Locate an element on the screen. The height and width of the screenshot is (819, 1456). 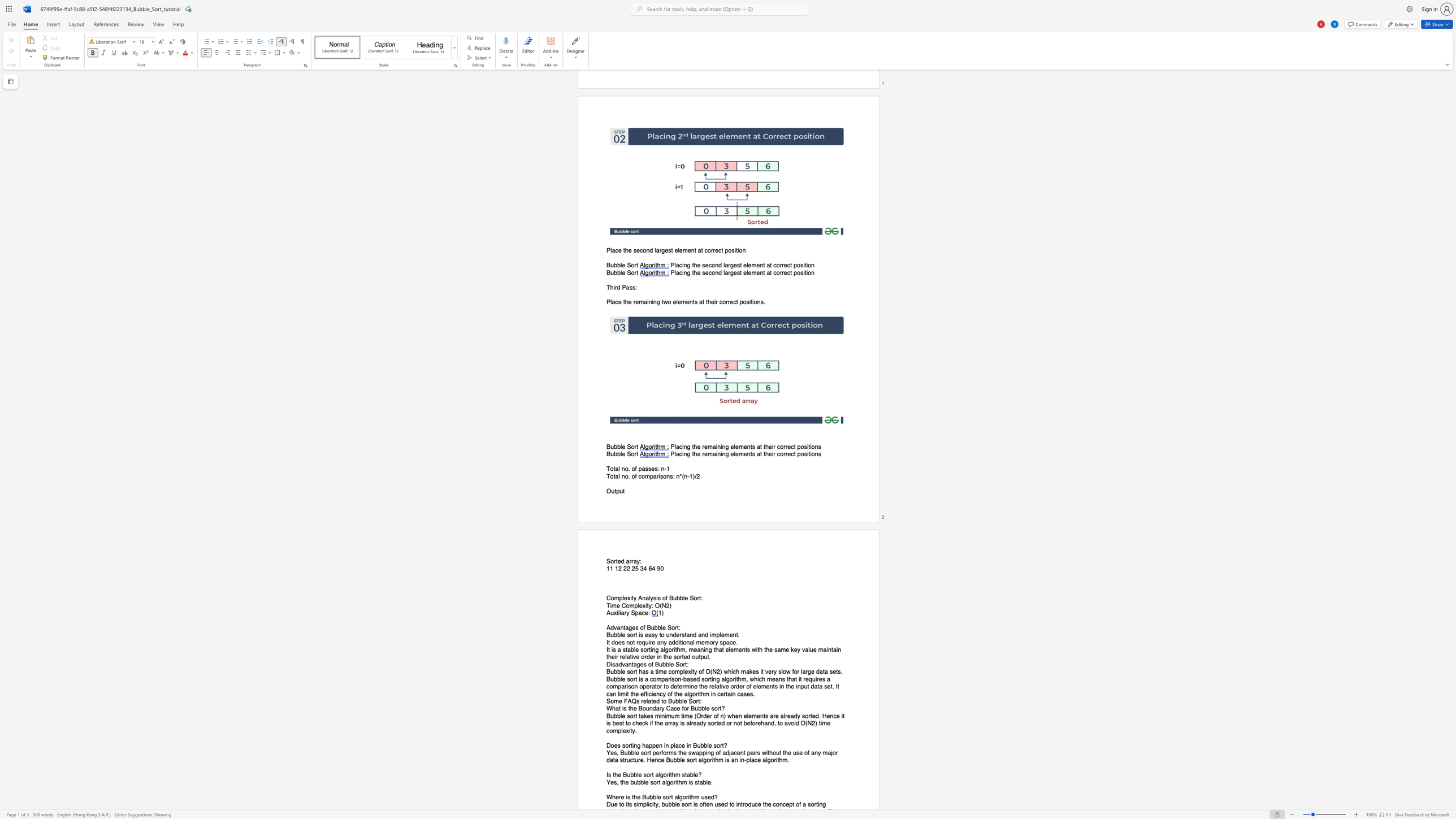
the subset text "e S" within the text "Bubble Sort" is located at coordinates (622, 447).